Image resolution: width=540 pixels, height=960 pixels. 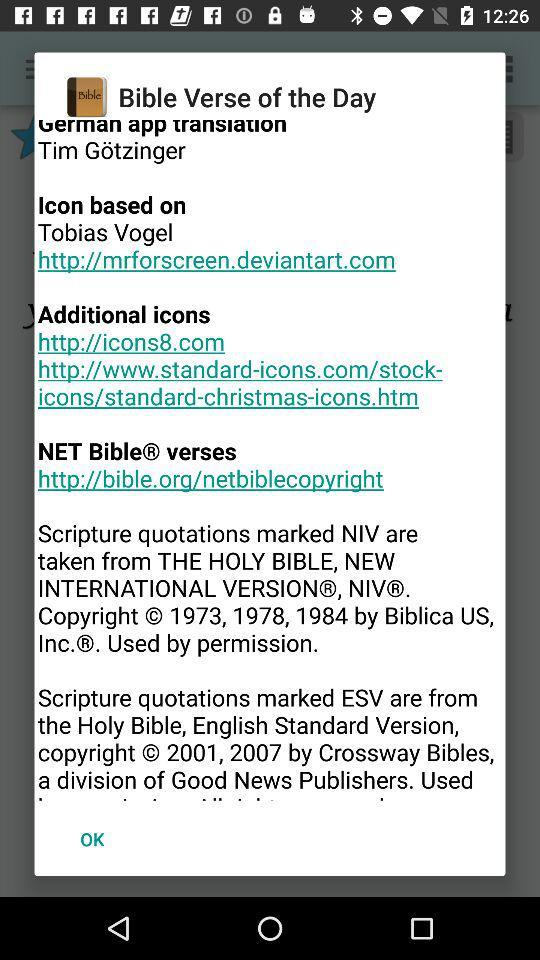 I want to click on icon at the center, so click(x=270, y=460).